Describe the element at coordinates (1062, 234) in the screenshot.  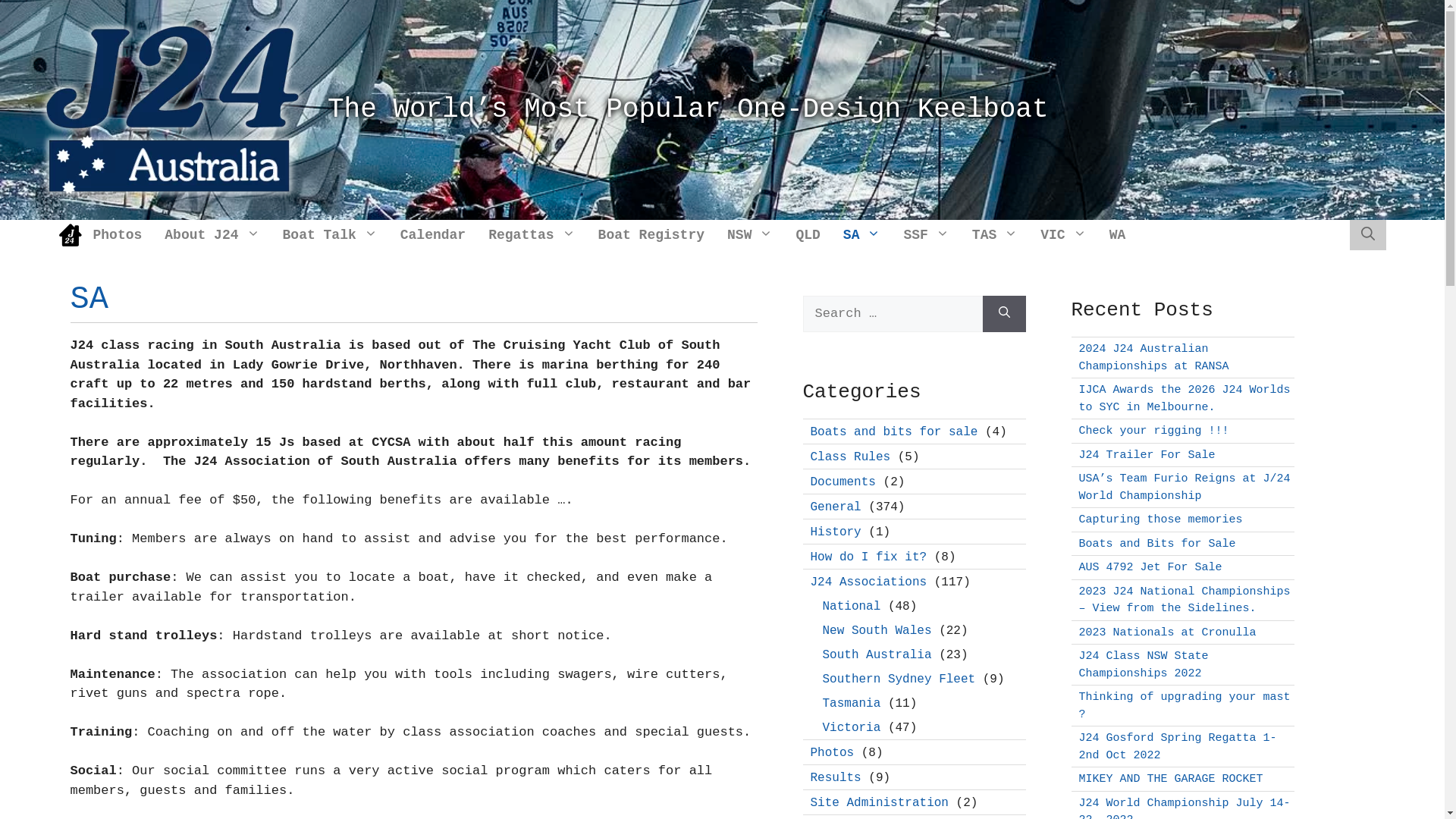
I see `'VIC'` at that location.